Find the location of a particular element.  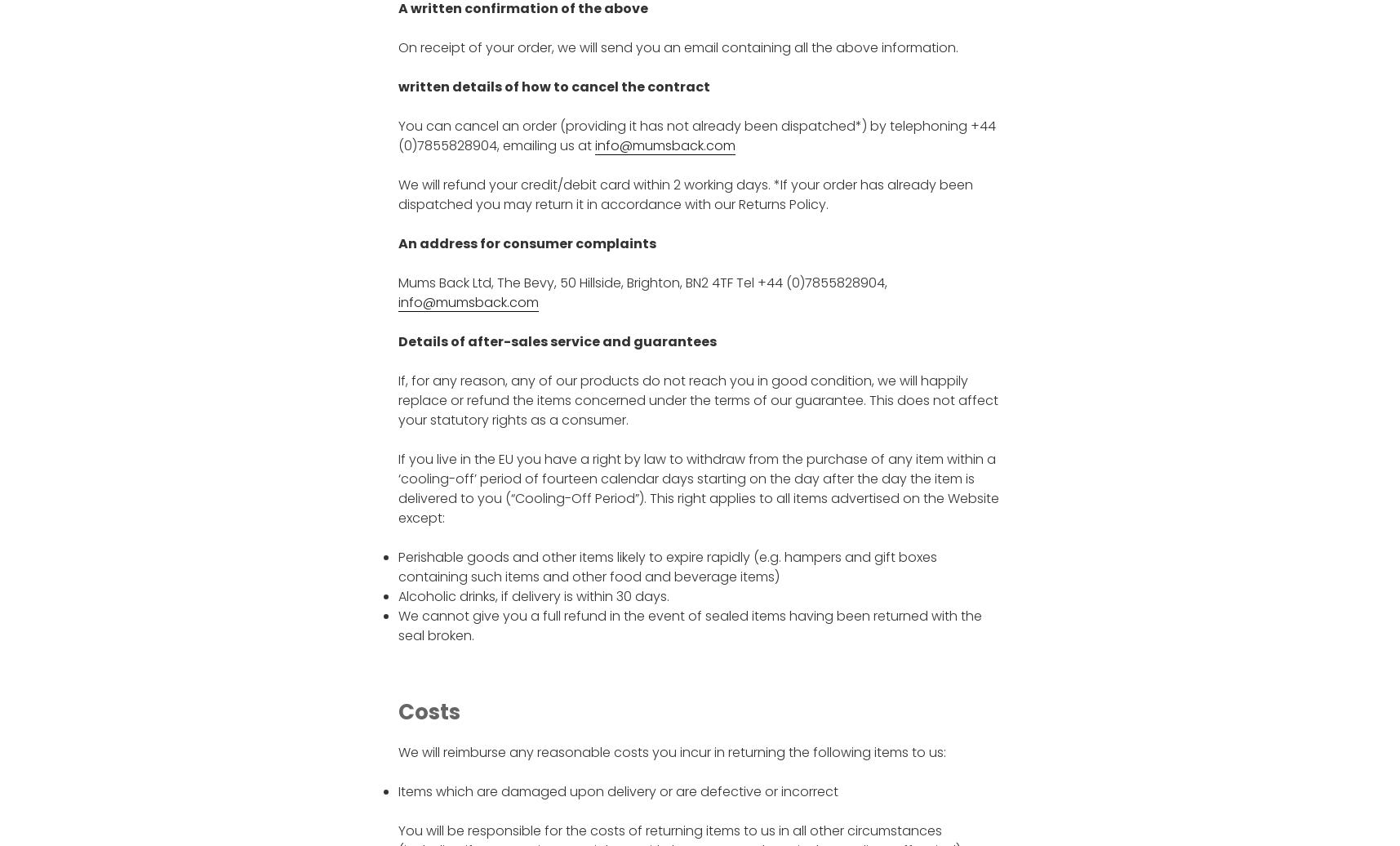

'Costs' is located at coordinates (427, 712).